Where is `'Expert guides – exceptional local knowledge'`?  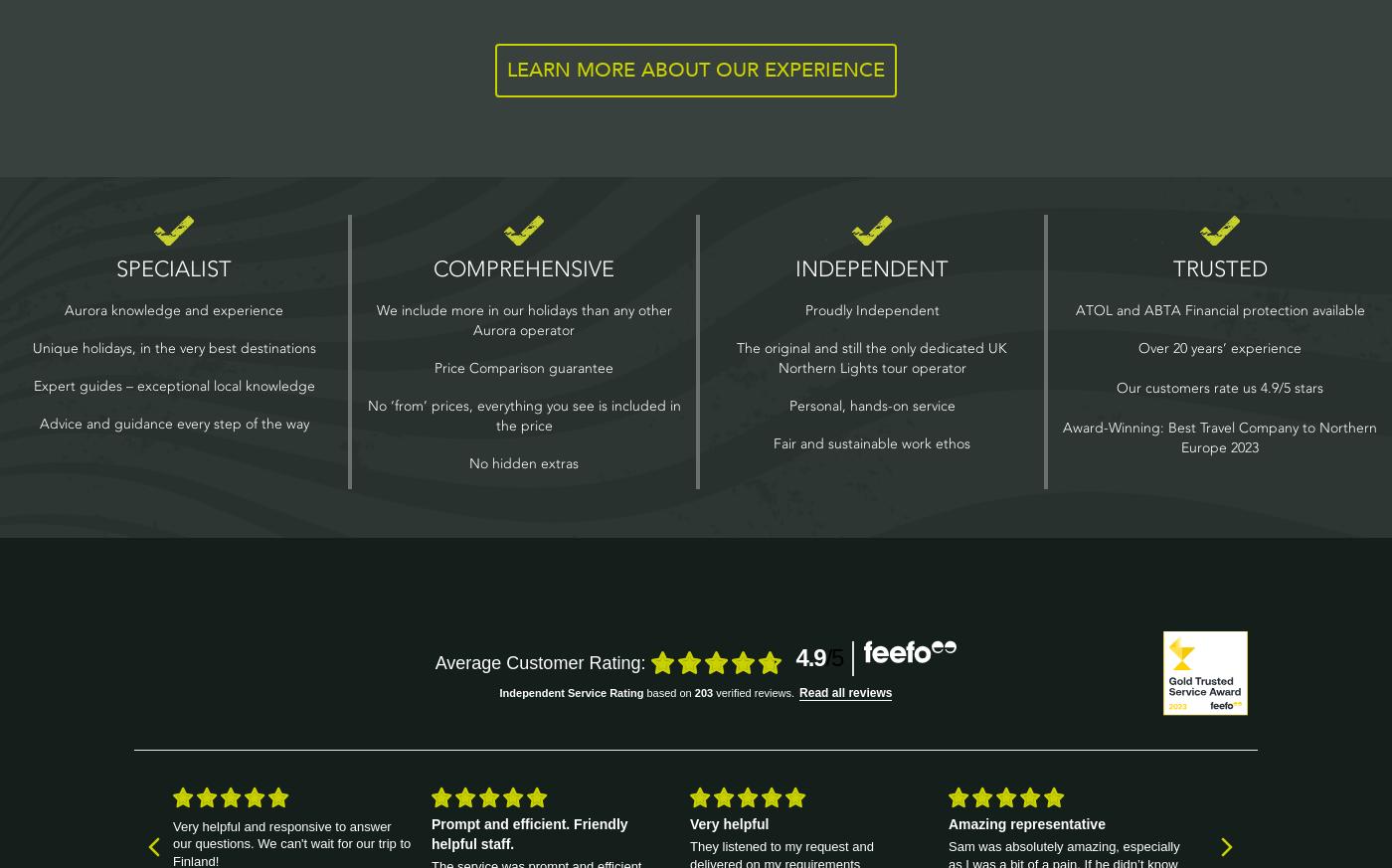
'Expert guides – exceptional local knowledge' is located at coordinates (173, 384).